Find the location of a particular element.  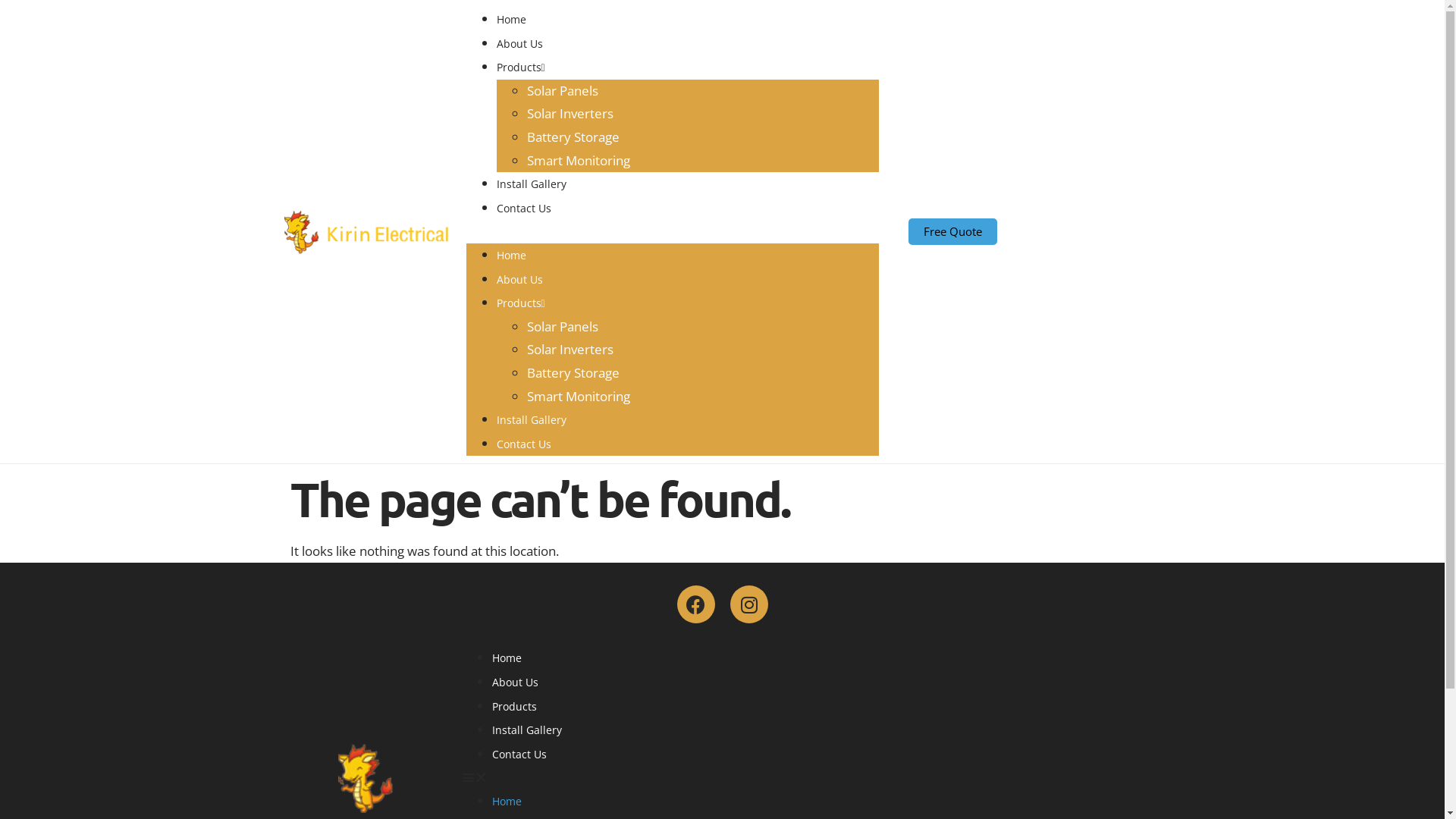

'Solar Inverters' is located at coordinates (568, 112).